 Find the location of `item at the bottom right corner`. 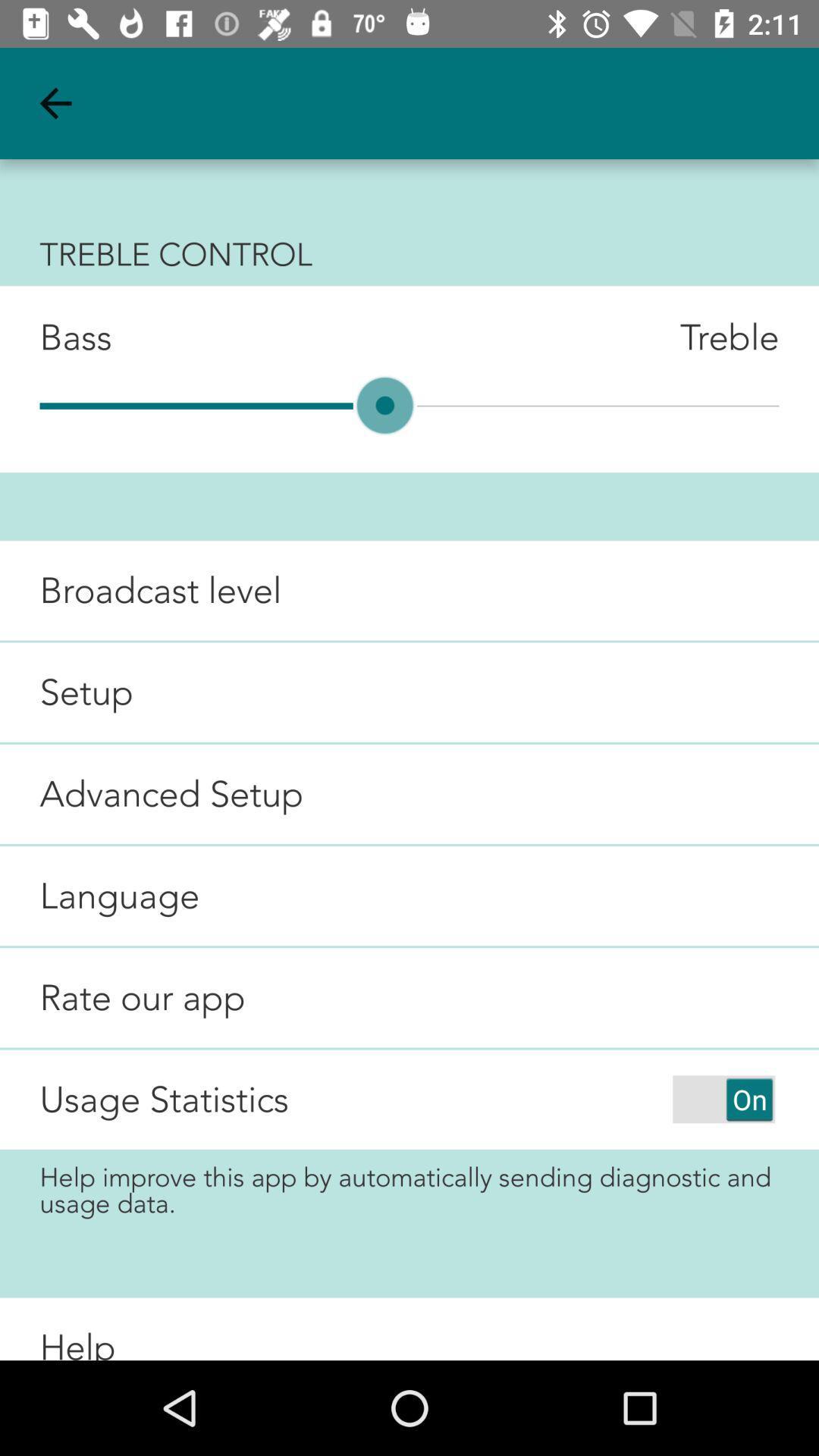

item at the bottom right corner is located at coordinates (723, 1099).